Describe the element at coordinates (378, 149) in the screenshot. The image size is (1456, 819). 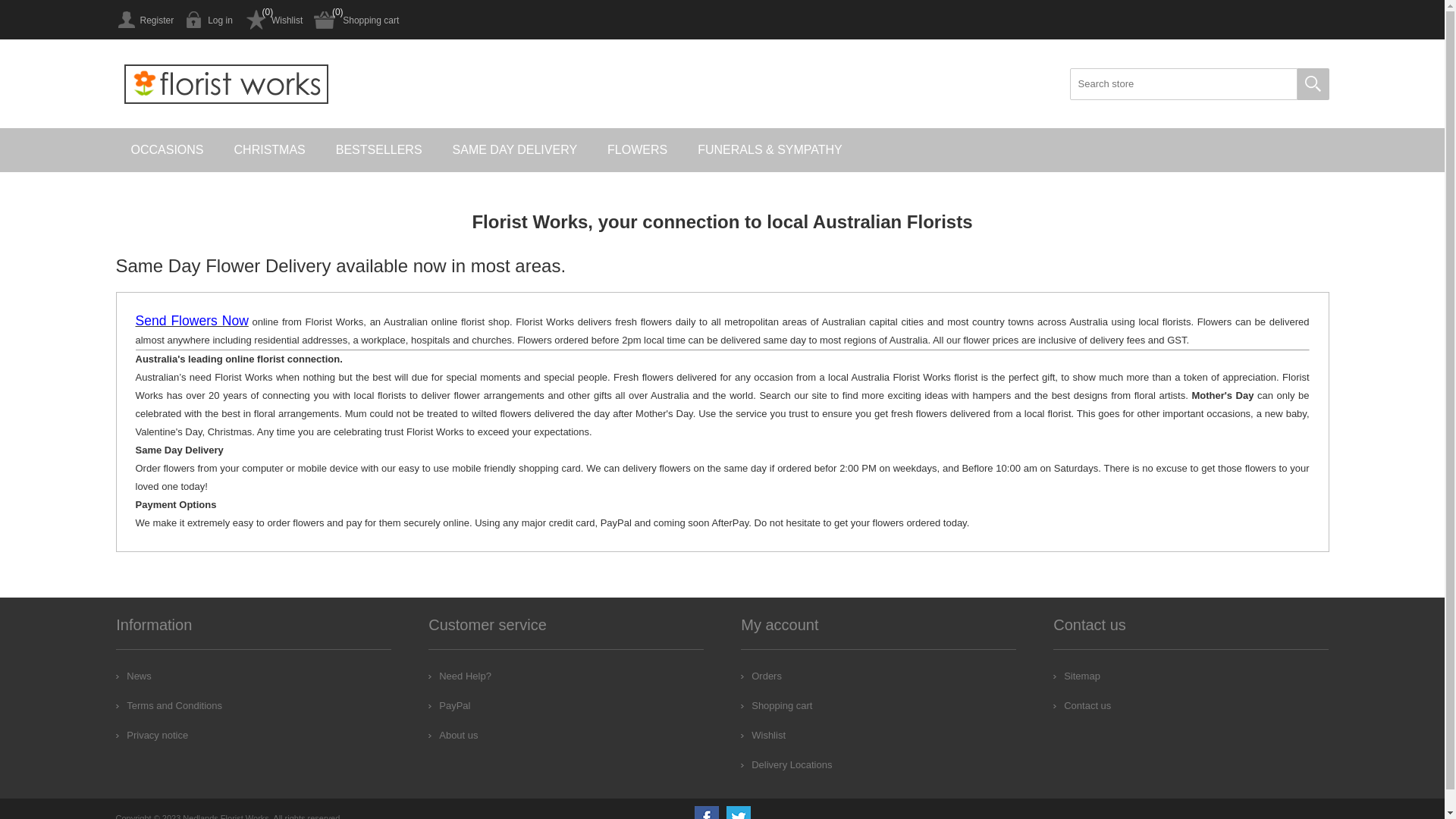
I see `'BESTSELLERS'` at that location.